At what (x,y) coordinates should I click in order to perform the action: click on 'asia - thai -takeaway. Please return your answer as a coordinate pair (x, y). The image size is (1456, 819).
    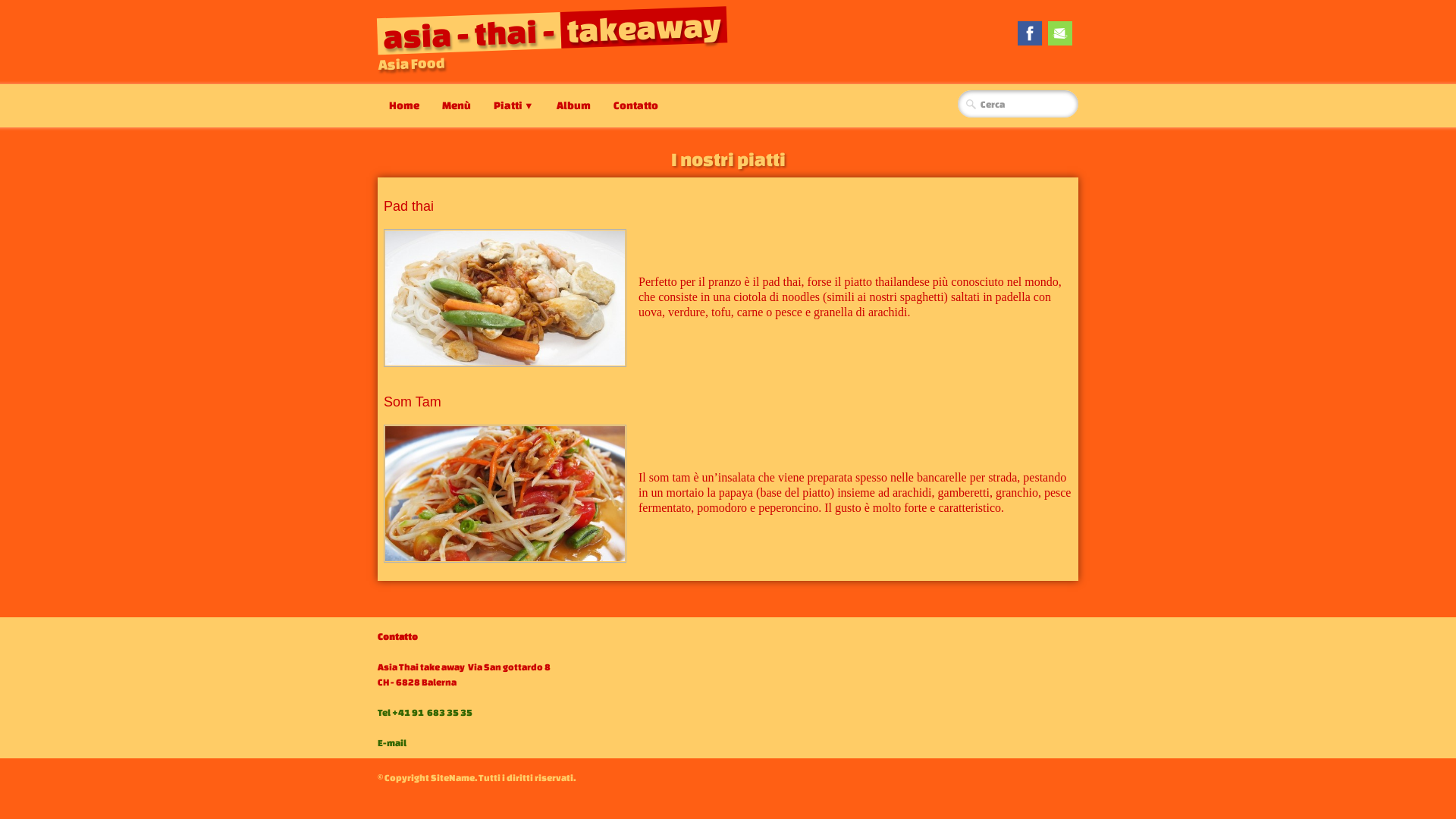
    Looking at the image, I should click on (556, 33).